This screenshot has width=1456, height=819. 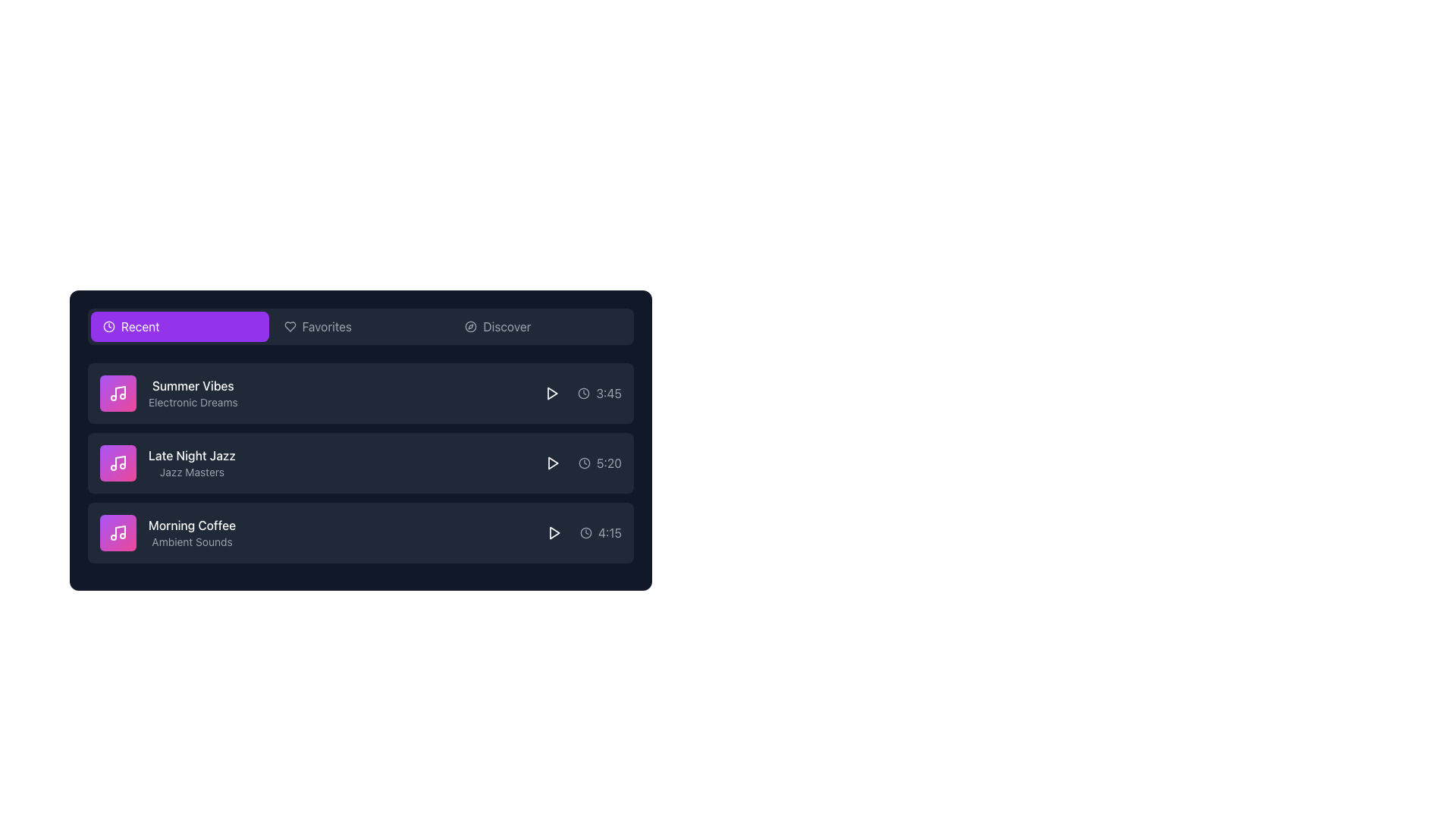 What do you see at coordinates (119, 461) in the screenshot?
I see `vertical line part of the music note icon located to the left of the 'Late Night Jazz' text for debugging purposes` at bounding box center [119, 461].